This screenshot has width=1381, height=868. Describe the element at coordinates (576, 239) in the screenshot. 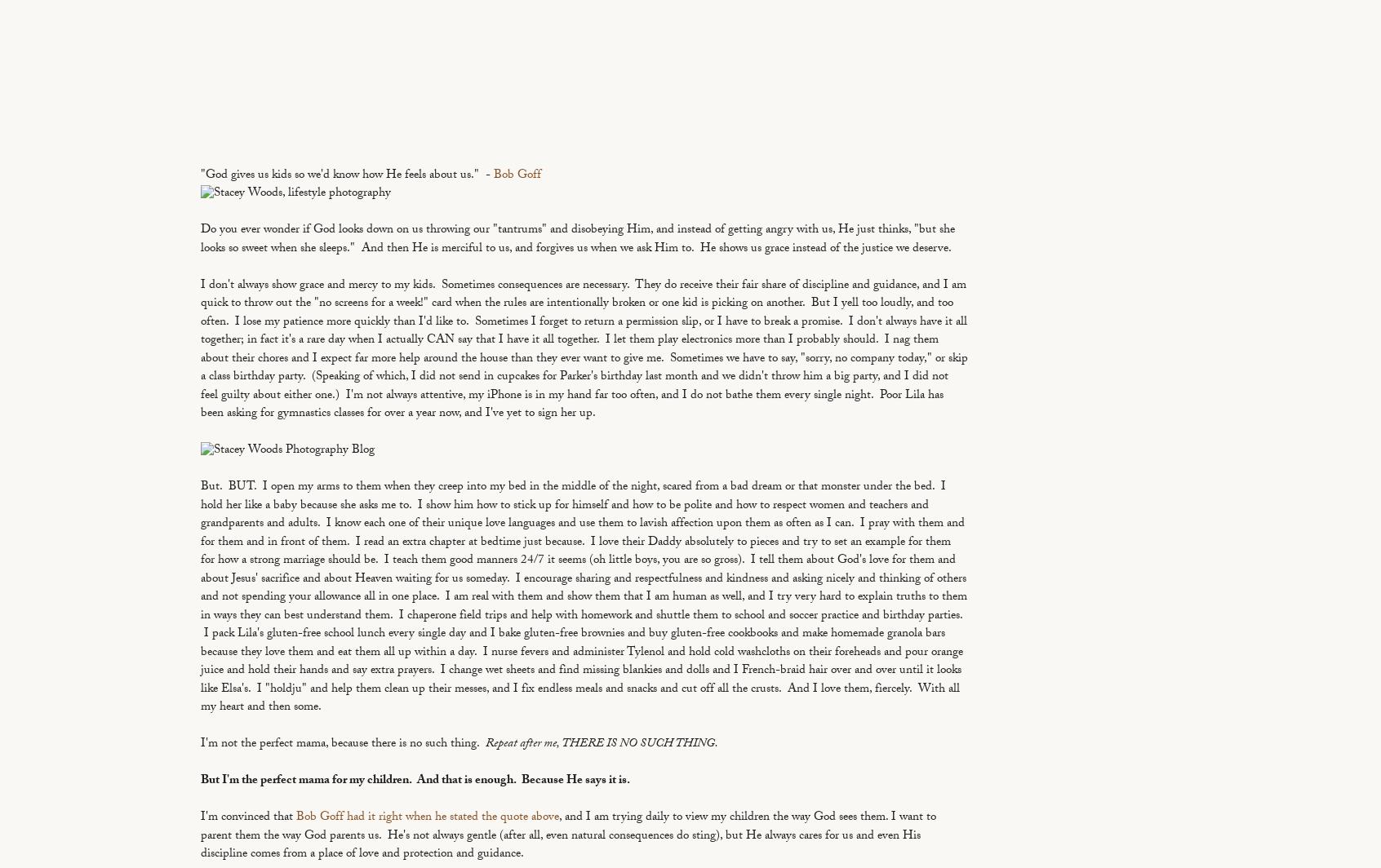

I see `'Do you ever wonder if God looks down on us throwing our "tantrums" and disobeying Him, and instead of getting angry with us, He just thinks, "but she looks so sweet when she sleeps."  And then He is merciful to us, and forgives us when we ask Him to.  He shows us grace instead of the justice we deserve.'` at that location.